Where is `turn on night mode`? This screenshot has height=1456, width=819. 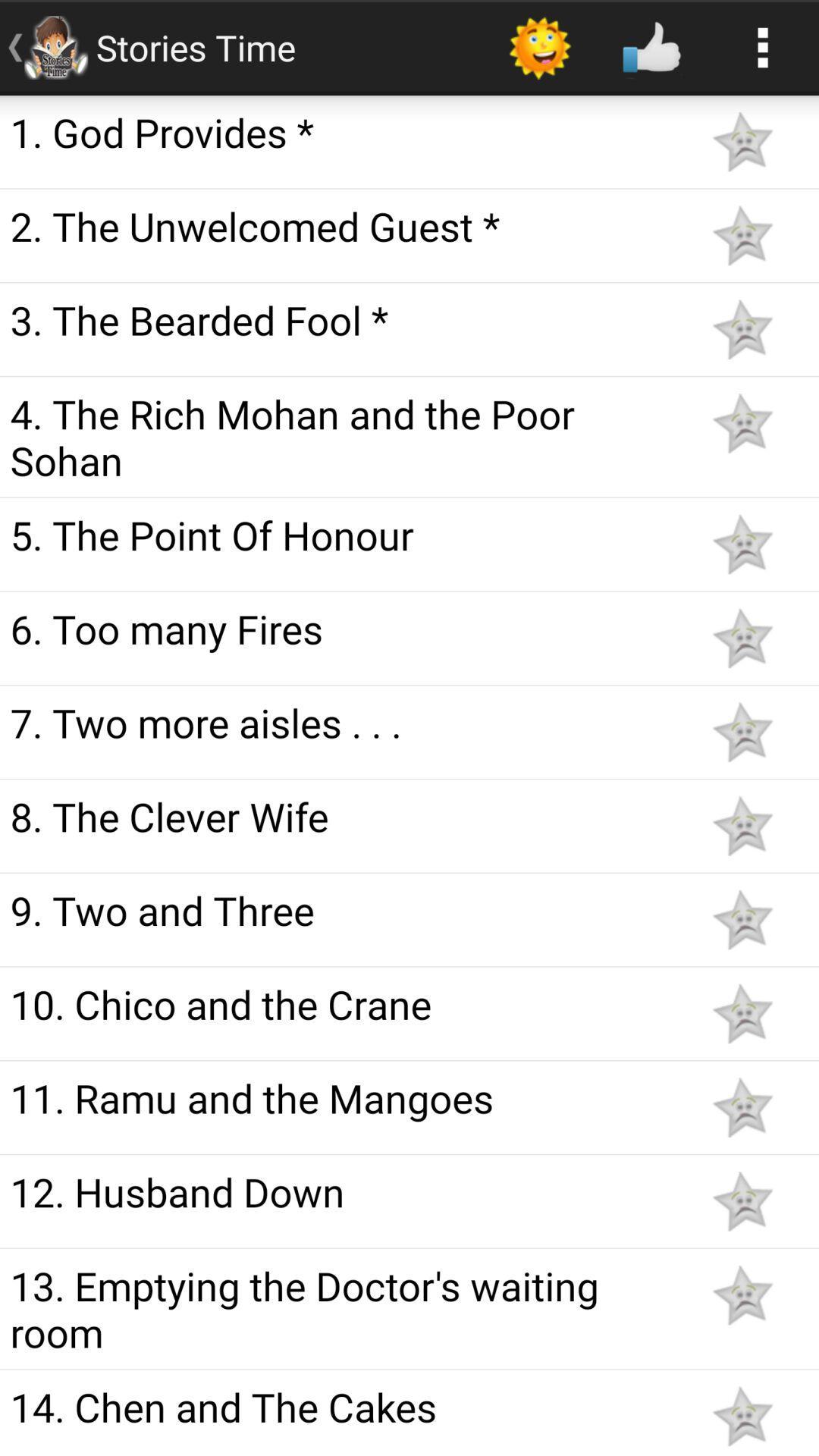 turn on night mode is located at coordinates (742, 1294).